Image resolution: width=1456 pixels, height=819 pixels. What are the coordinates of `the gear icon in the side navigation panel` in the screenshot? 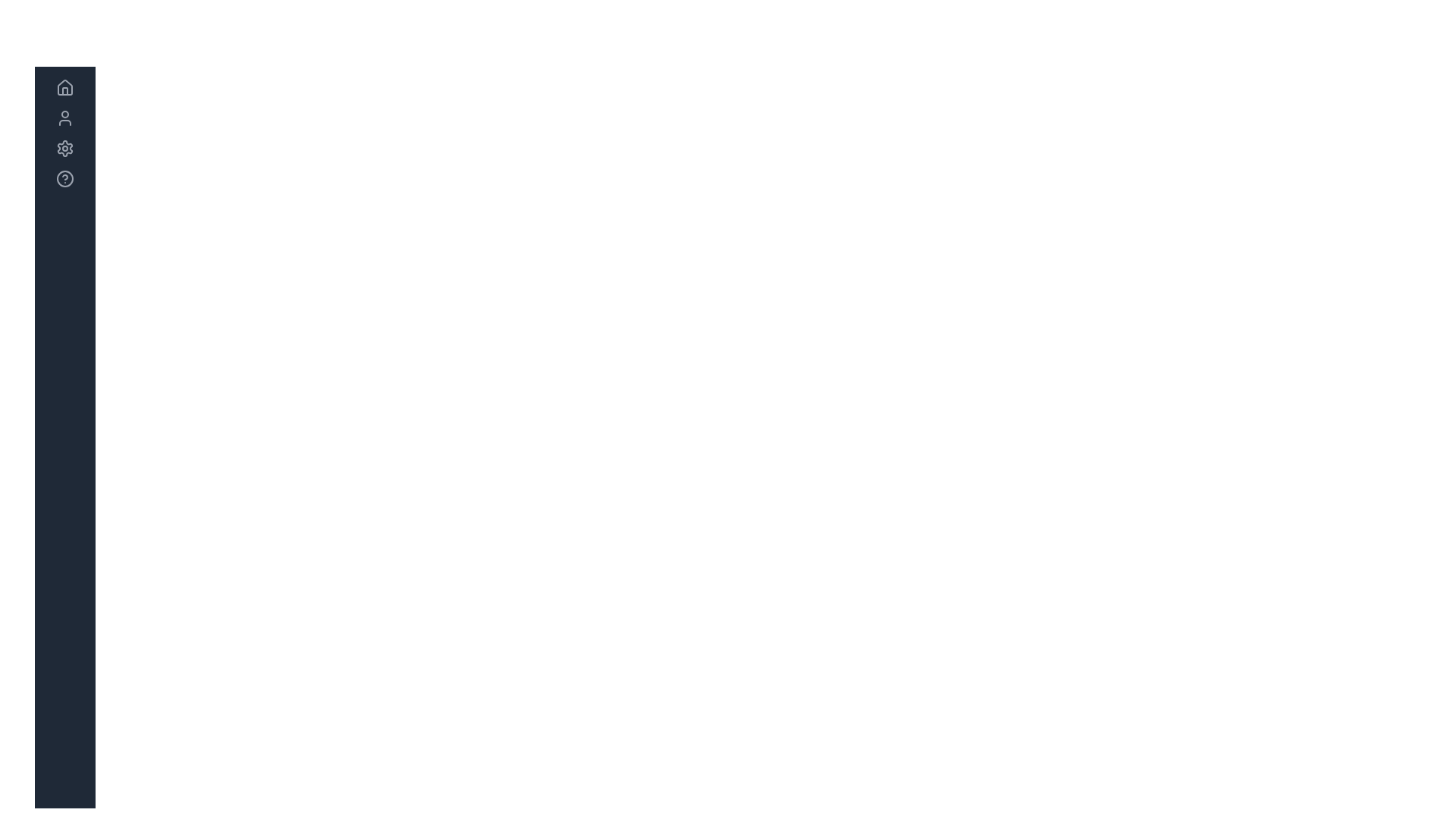 It's located at (64, 149).